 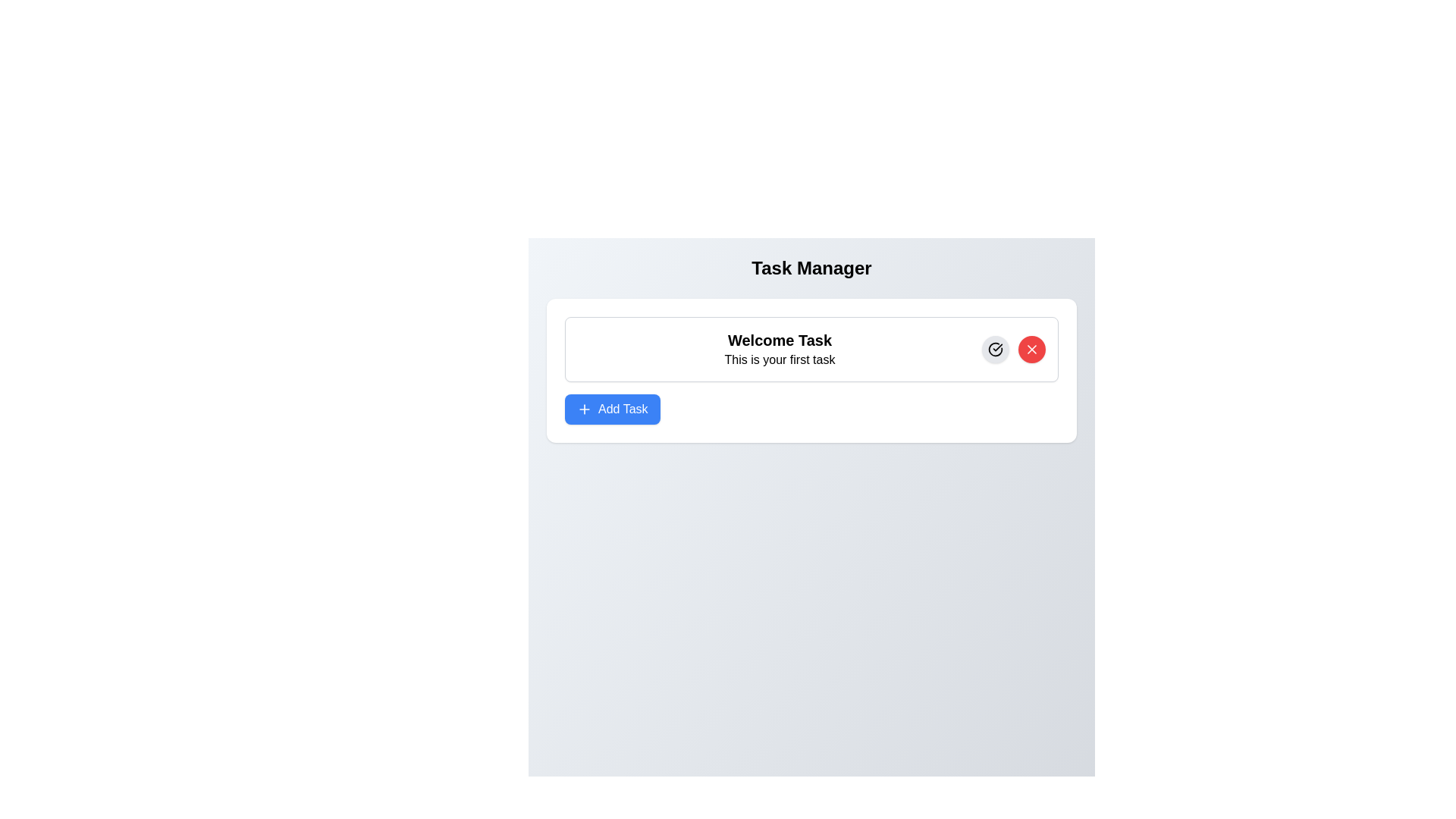 I want to click on the delete button located in the top-right corner of the task item component in the task manager interface, so click(x=1031, y=350).